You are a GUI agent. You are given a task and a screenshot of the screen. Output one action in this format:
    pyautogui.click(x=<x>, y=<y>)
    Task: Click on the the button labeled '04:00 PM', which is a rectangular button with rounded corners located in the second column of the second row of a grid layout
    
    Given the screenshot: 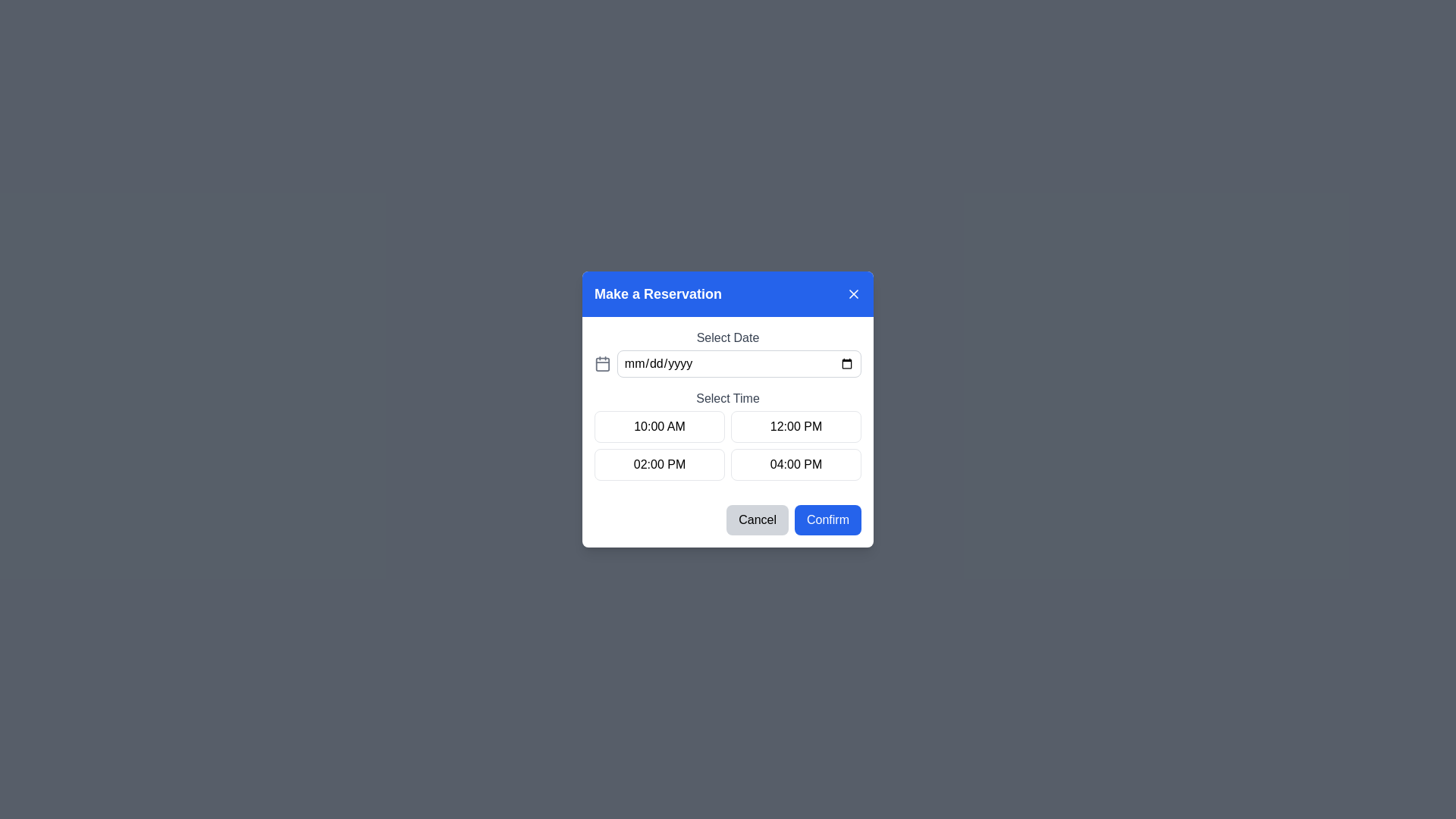 What is the action you would take?
    pyautogui.click(x=795, y=464)
    